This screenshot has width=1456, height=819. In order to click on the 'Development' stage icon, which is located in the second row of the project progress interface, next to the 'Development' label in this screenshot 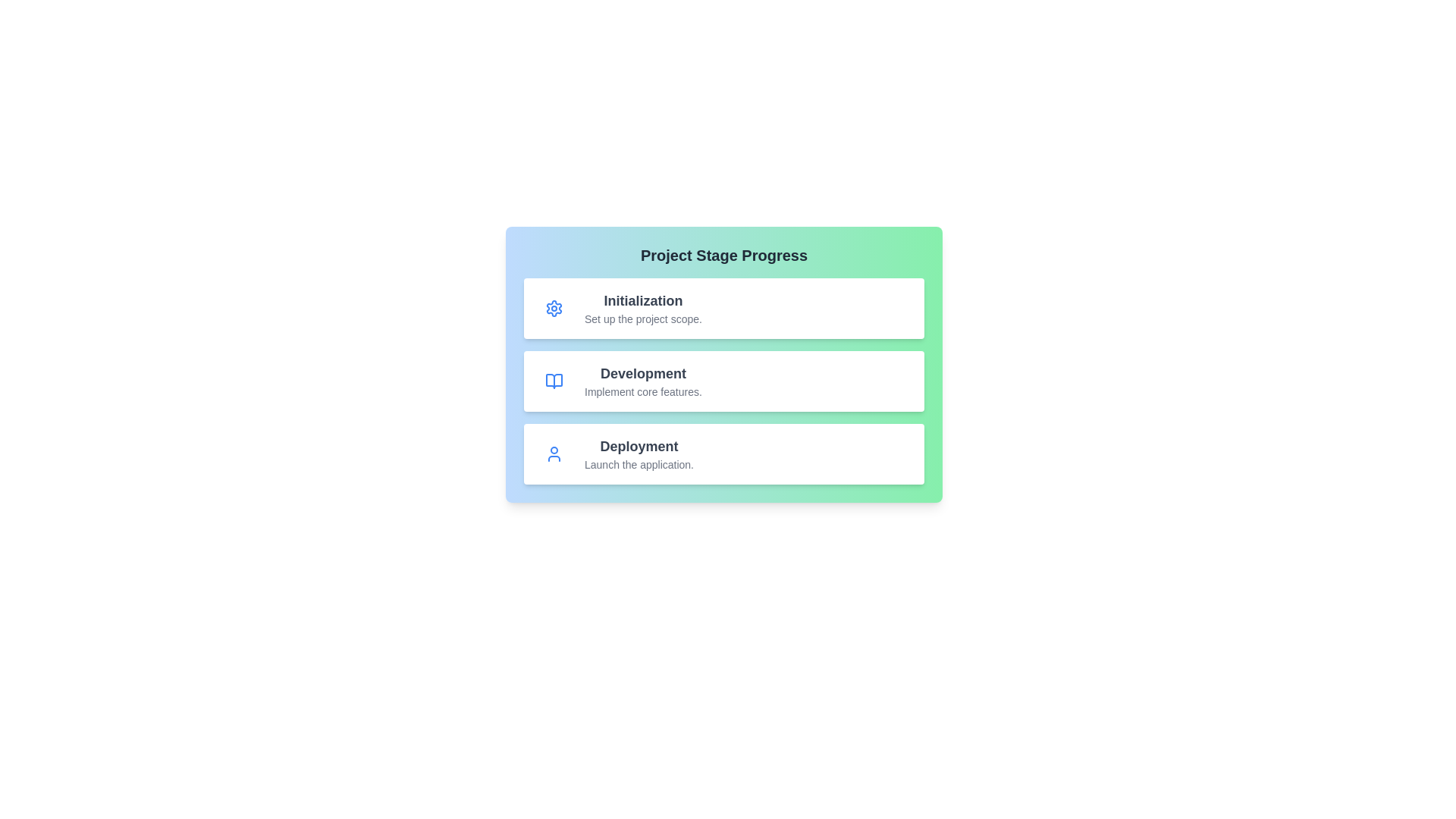, I will do `click(553, 380)`.